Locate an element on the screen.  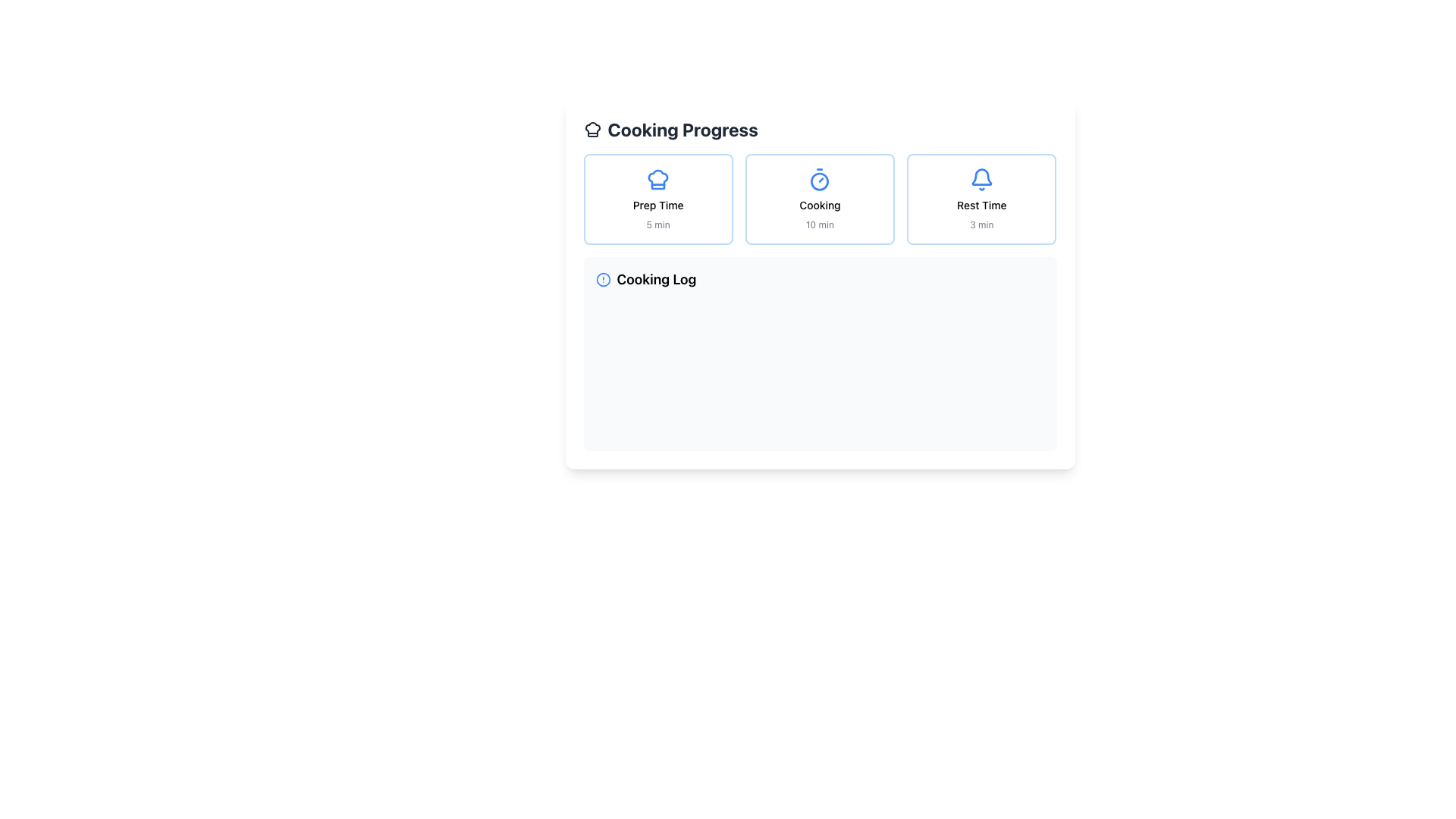
information displayed on the informative card titled 'Cooking' which contains a blue stopwatch icon, the text 'Cooking' in bold black font, and '10 min' in gray font below it is located at coordinates (819, 198).